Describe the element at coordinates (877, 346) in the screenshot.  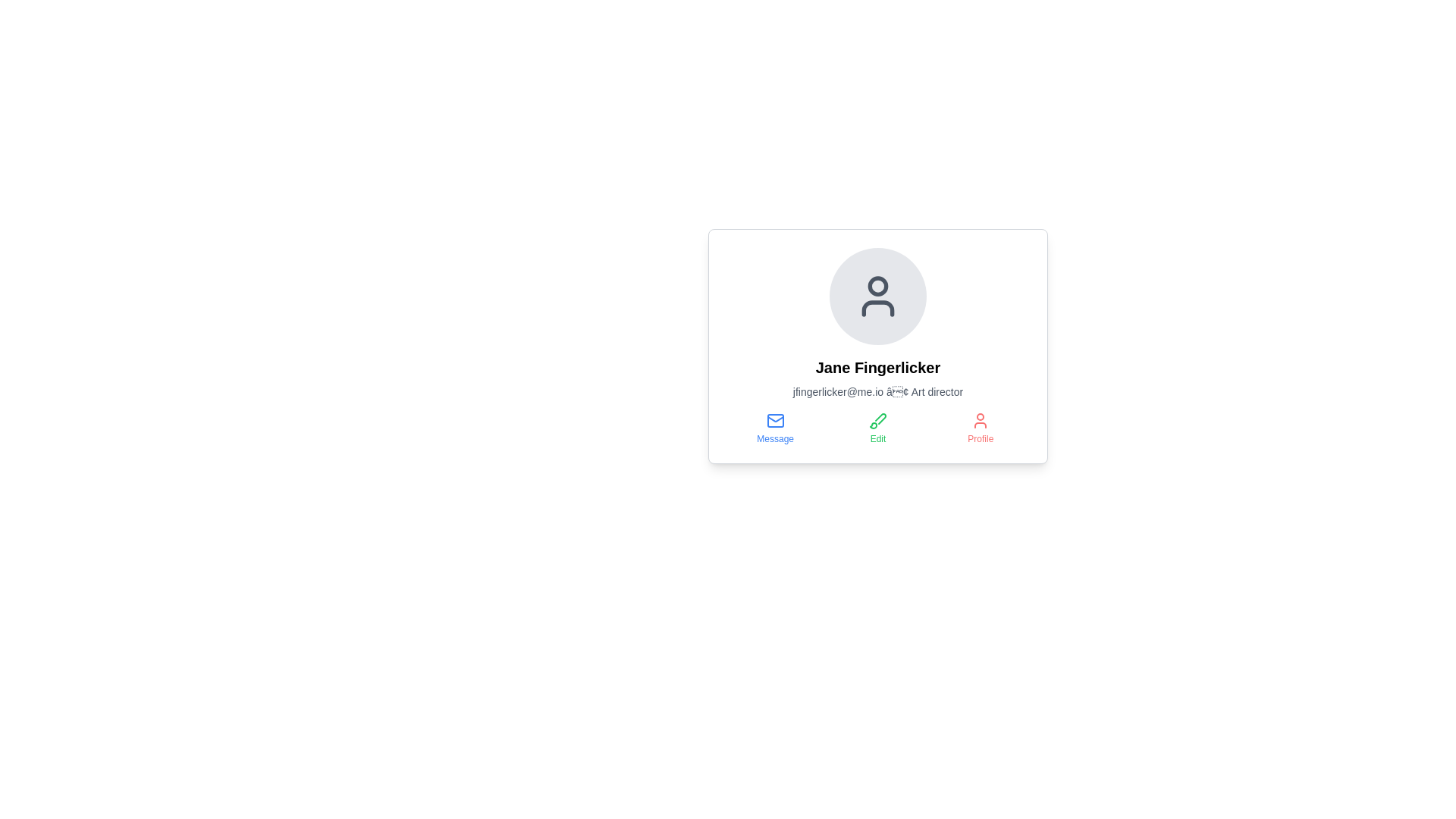
I see `the Profile card` at that location.